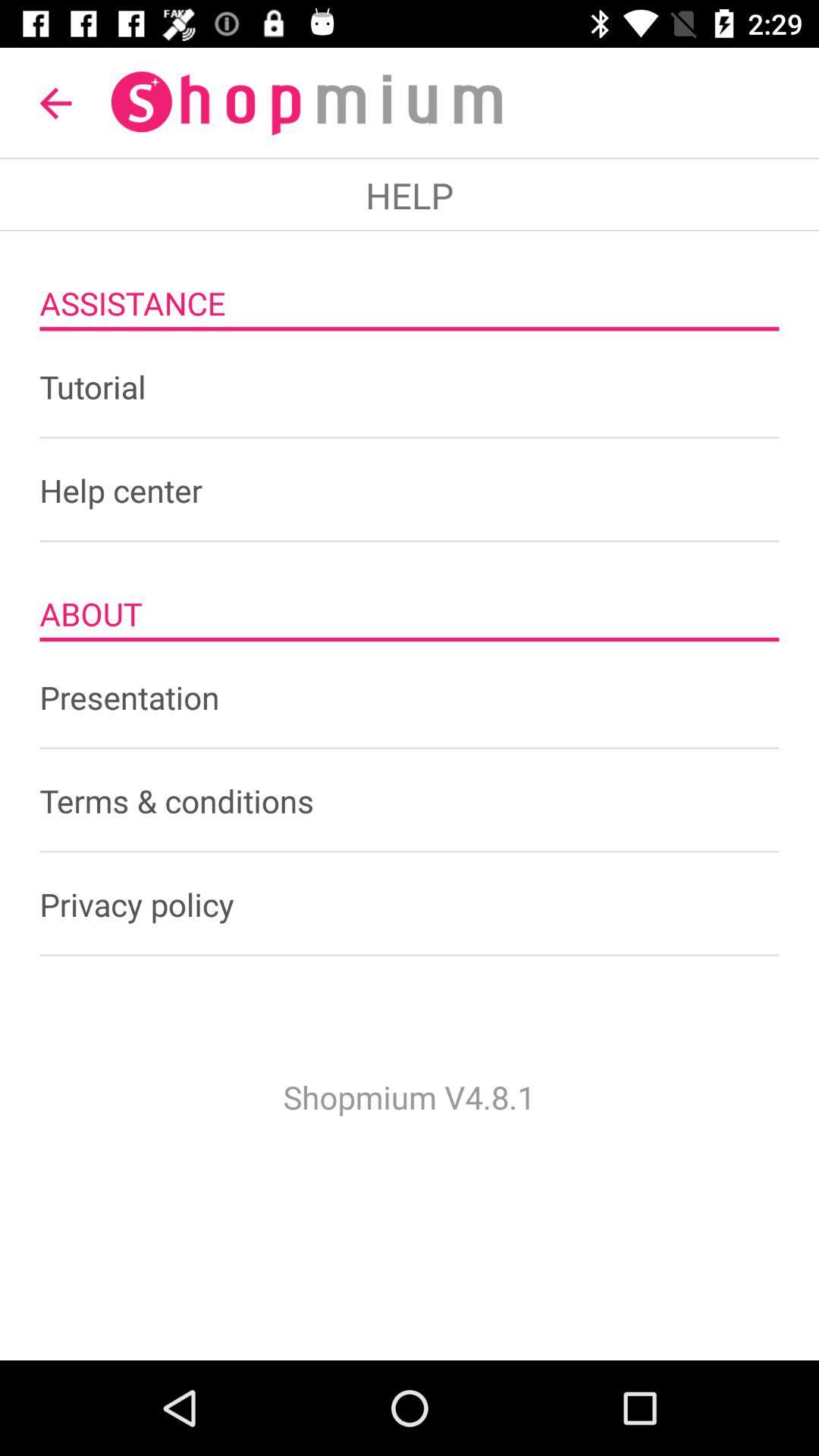  I want to click on icon above the terms & conditions item, so click(409, 696).